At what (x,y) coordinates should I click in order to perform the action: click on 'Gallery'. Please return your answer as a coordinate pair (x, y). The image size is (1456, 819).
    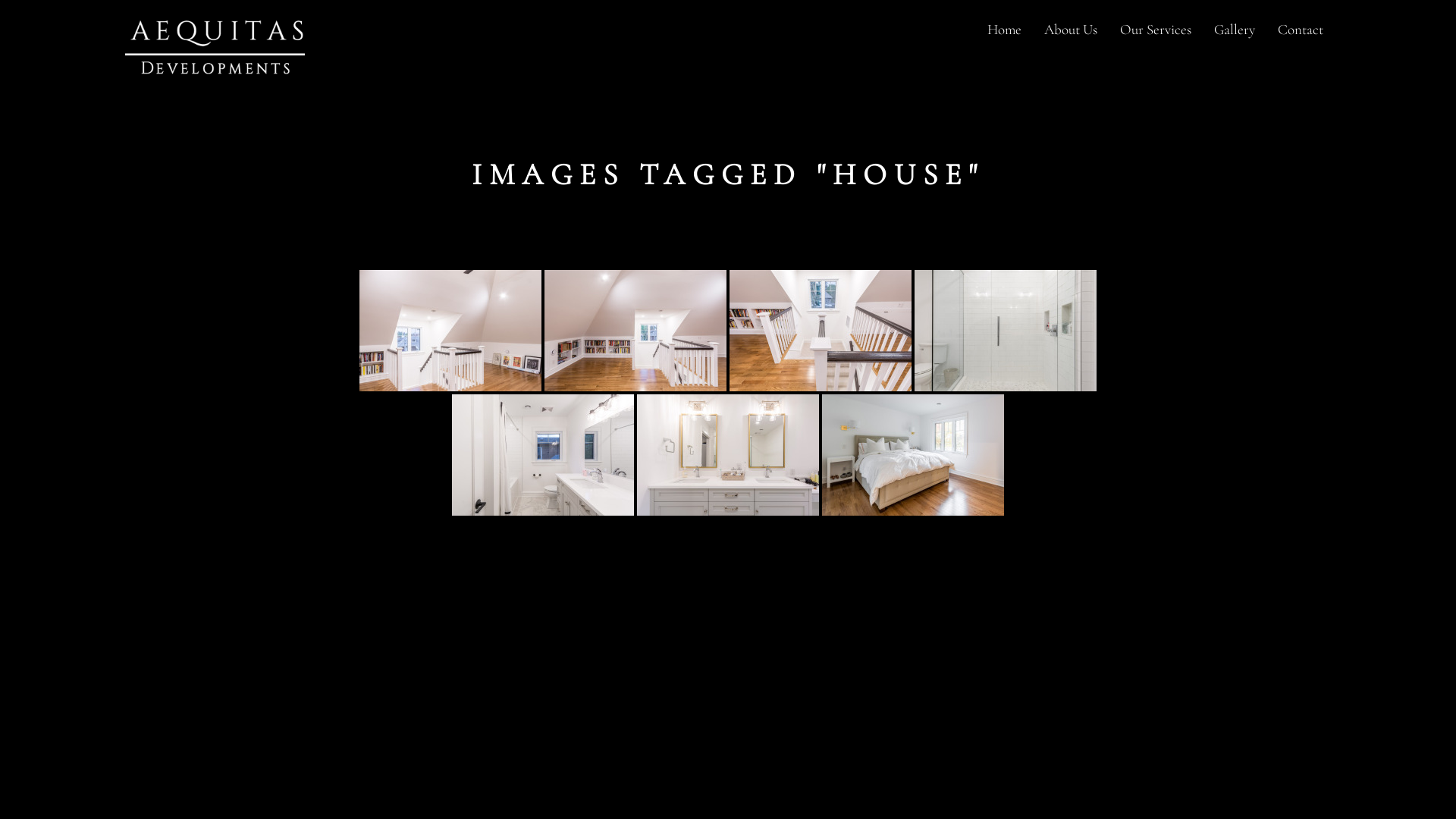
    Looking at the image, I should click on (1201, 30).